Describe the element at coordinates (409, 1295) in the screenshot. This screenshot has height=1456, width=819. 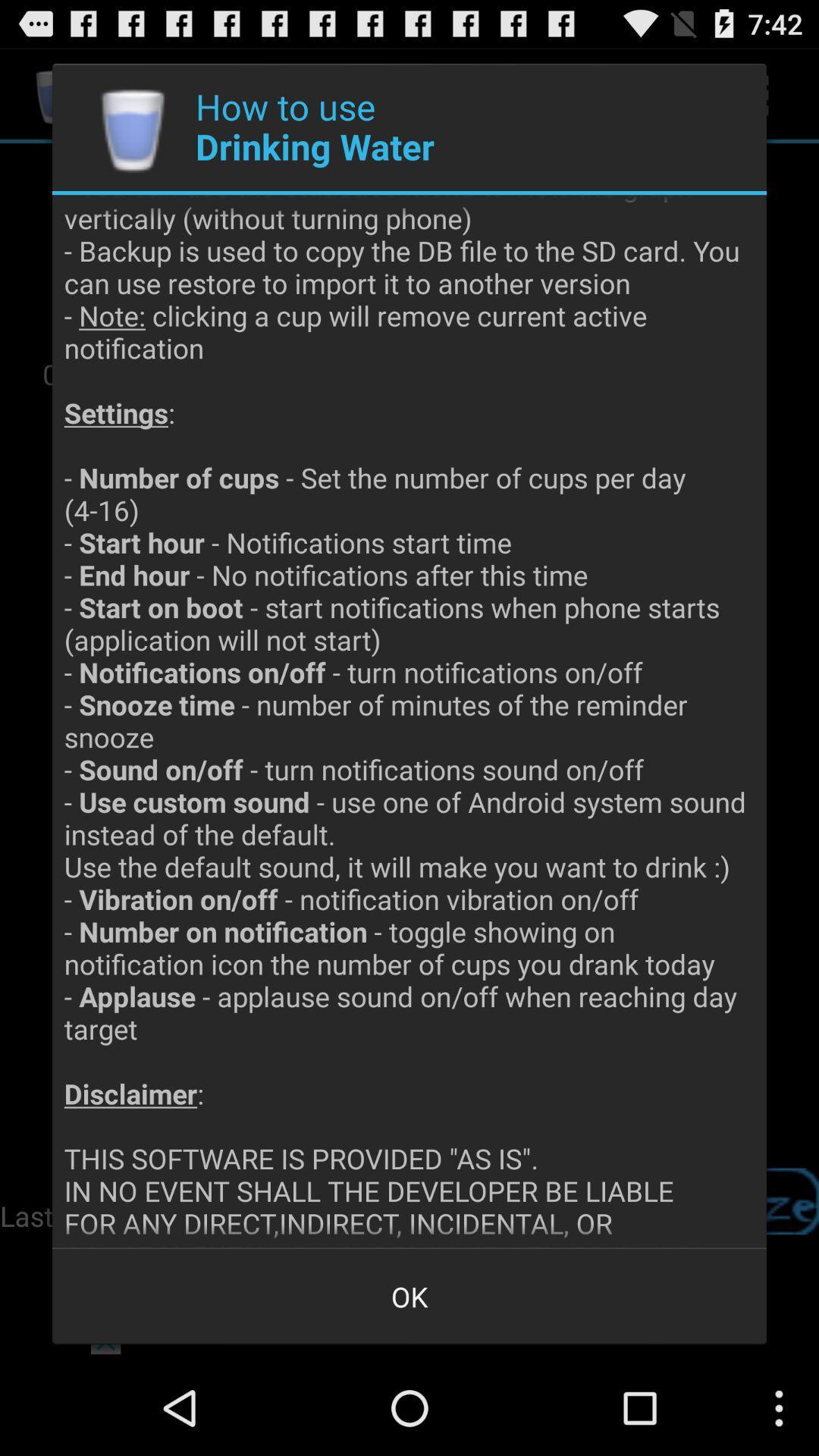
I see `the ok` at that location.